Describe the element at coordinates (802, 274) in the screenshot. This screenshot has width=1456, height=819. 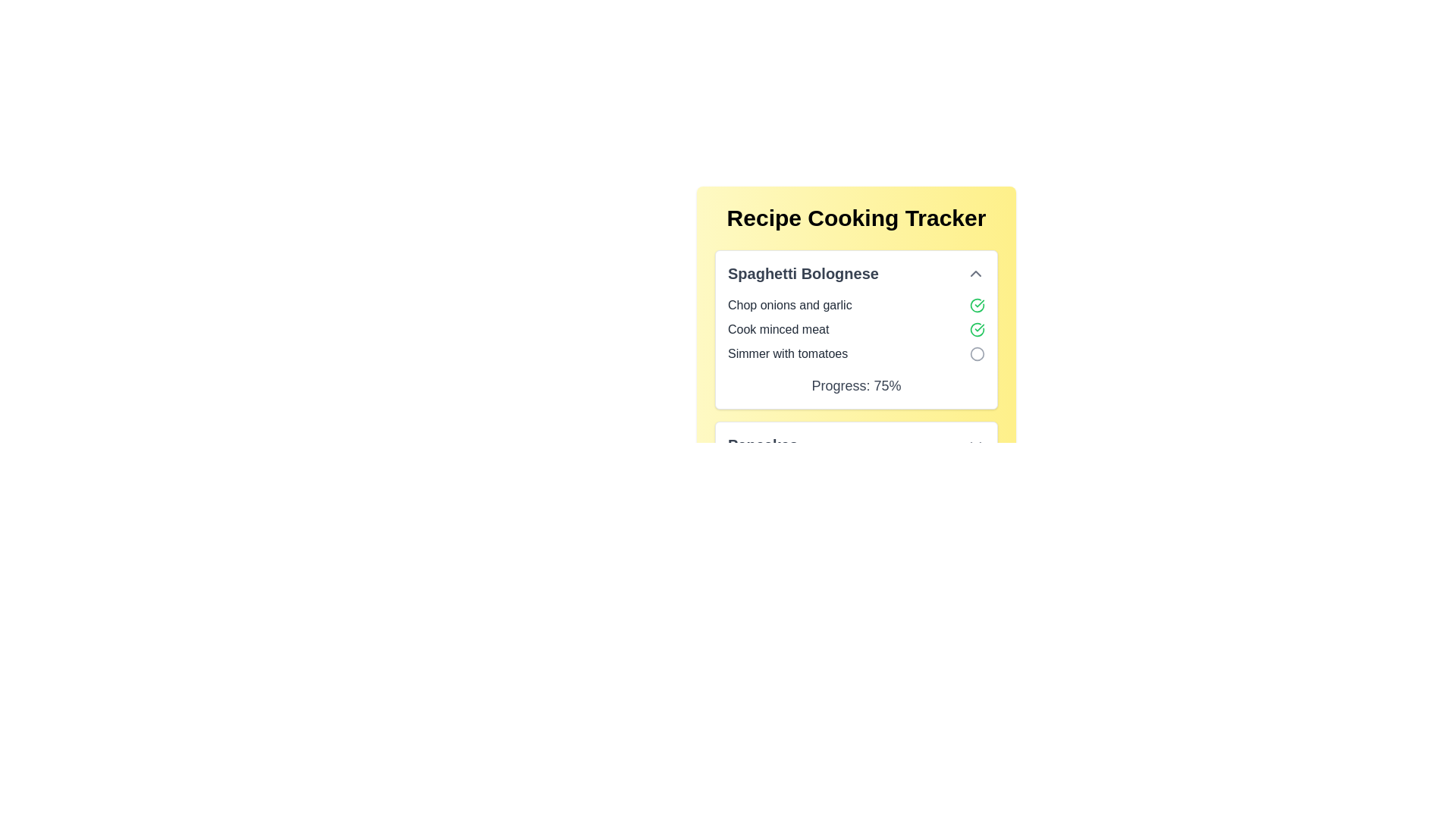
I see `the text label that represents the recipe title 'Spaghetti Bolognese' located in the upper-left of the card-like interface under 'Recipe Cooking Tracker'` at that location.